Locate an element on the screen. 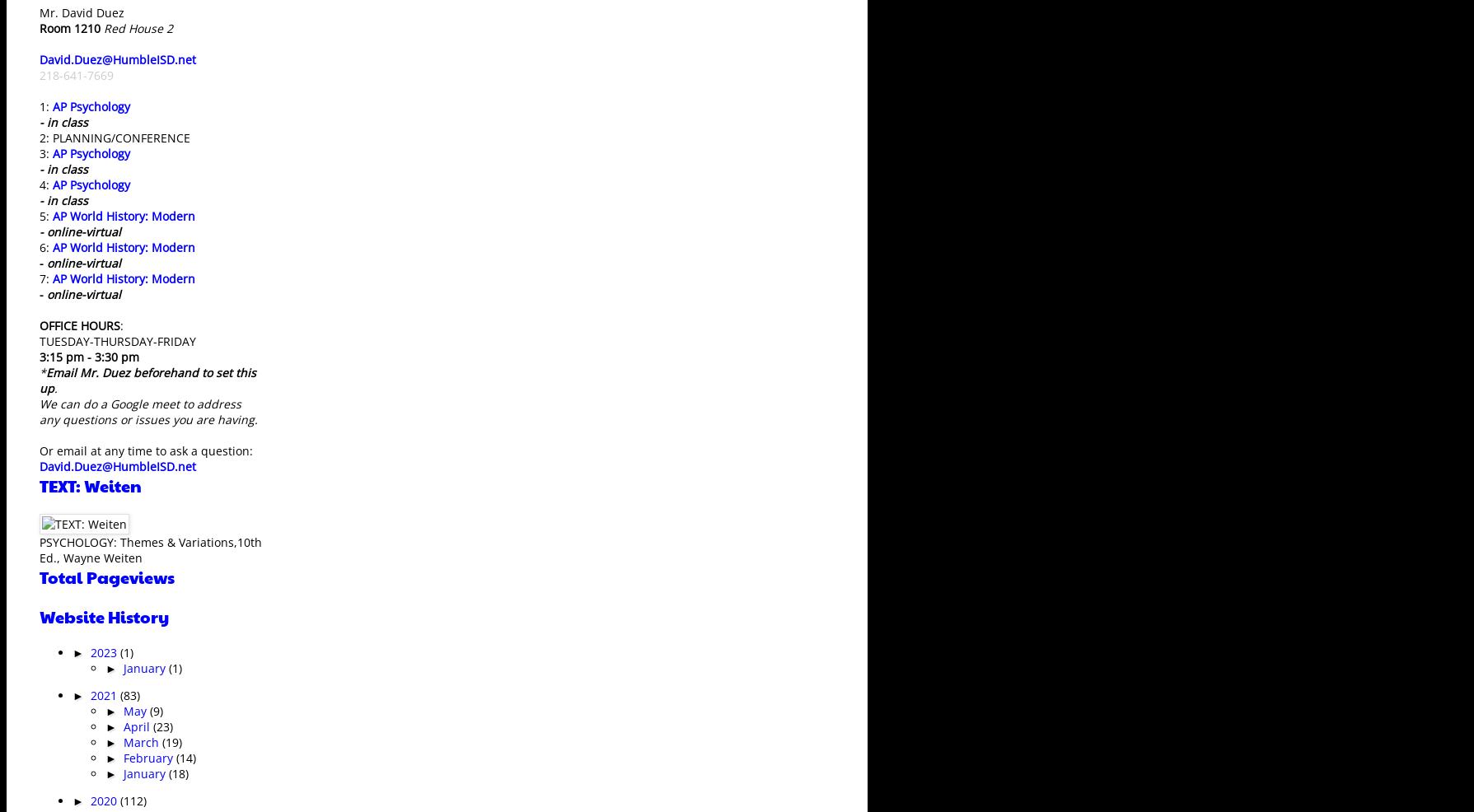 Image resolution: width=1474 pixels, height=812 pixels. 'Room 1210' is located at coordinates (69, 26).